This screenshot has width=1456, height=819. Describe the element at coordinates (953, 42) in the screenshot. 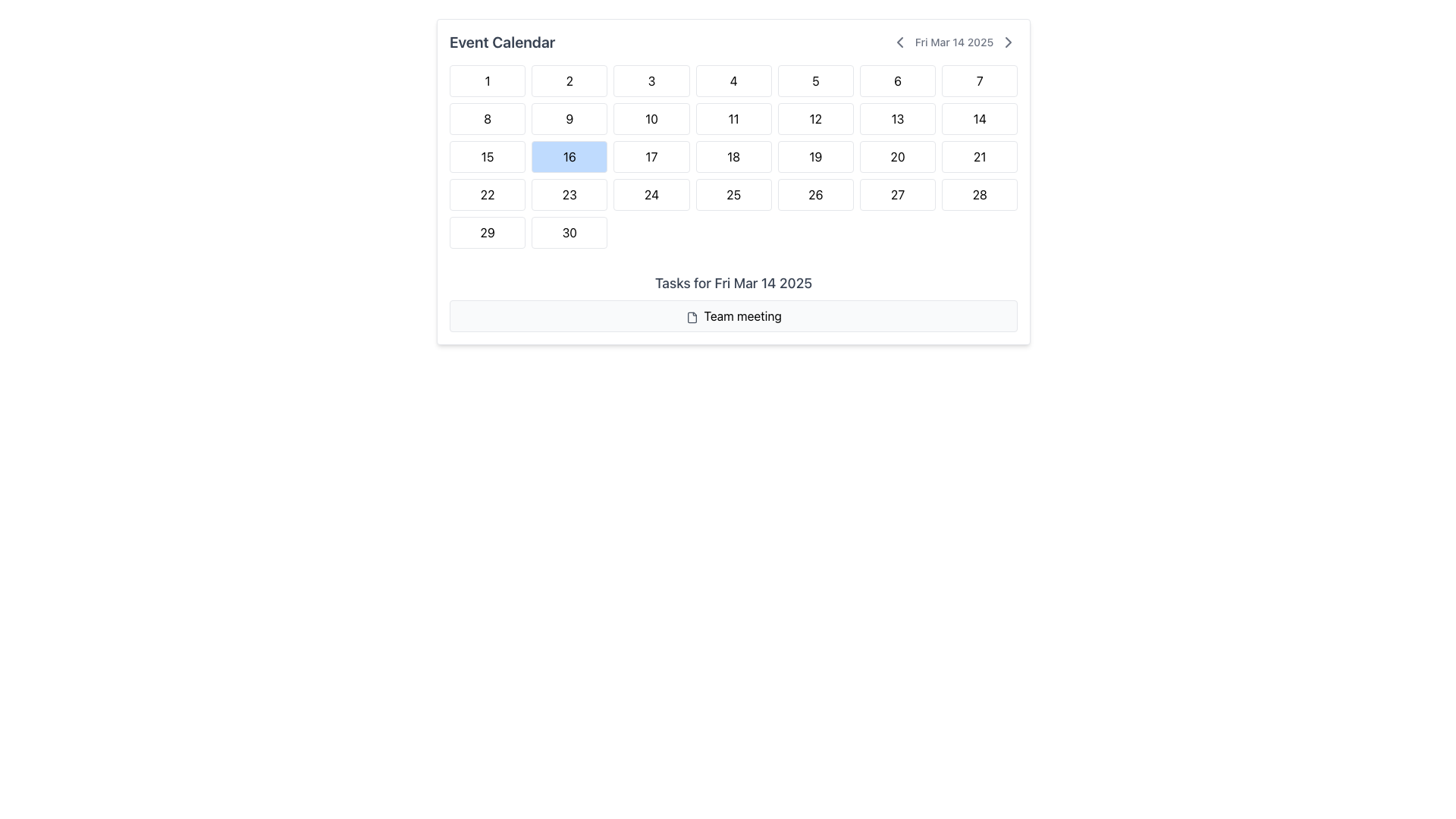

I see `the right arrow icon` at that location.